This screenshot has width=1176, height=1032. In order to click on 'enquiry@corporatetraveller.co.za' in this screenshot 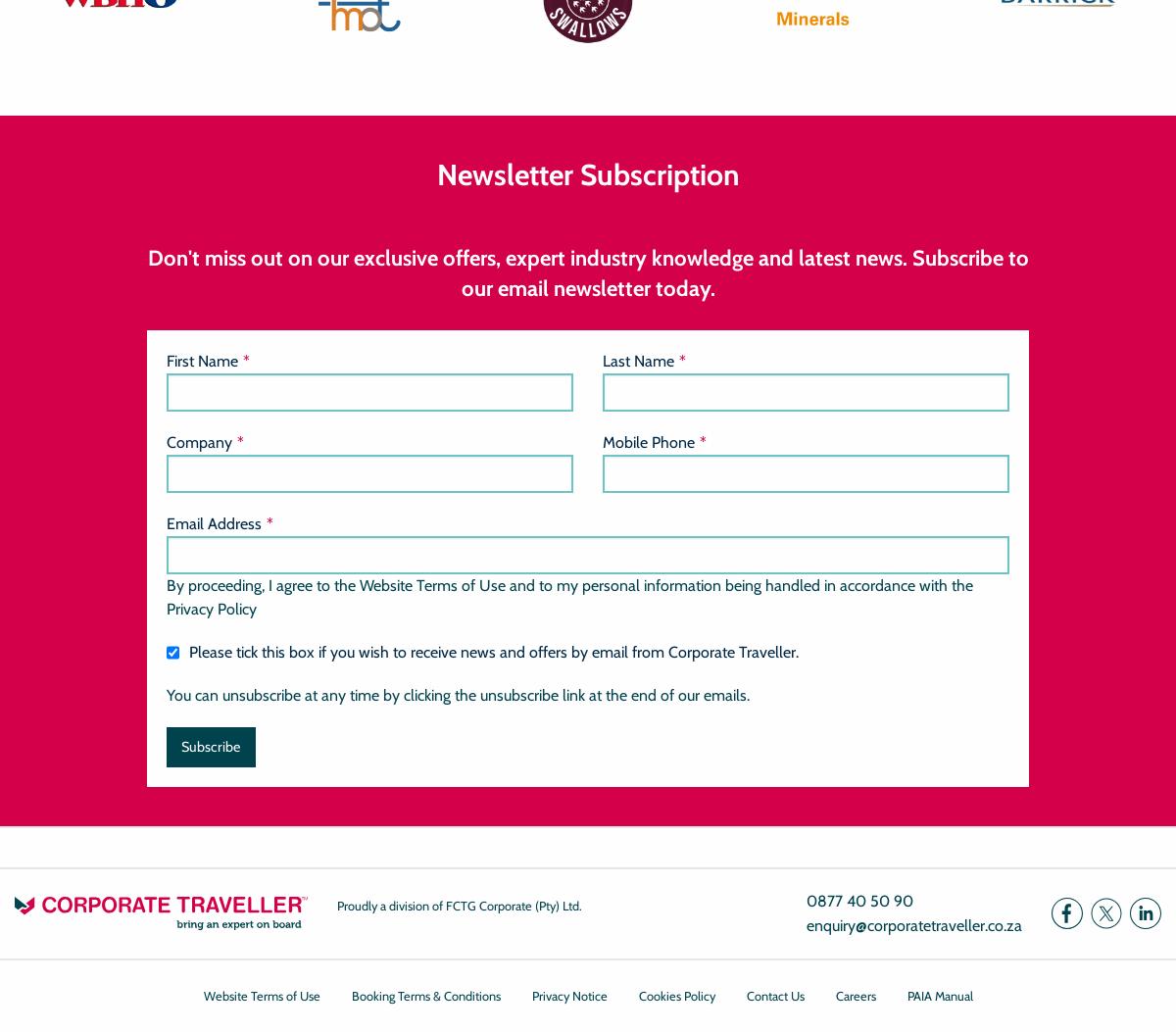, I will do `click(914, 924)`.